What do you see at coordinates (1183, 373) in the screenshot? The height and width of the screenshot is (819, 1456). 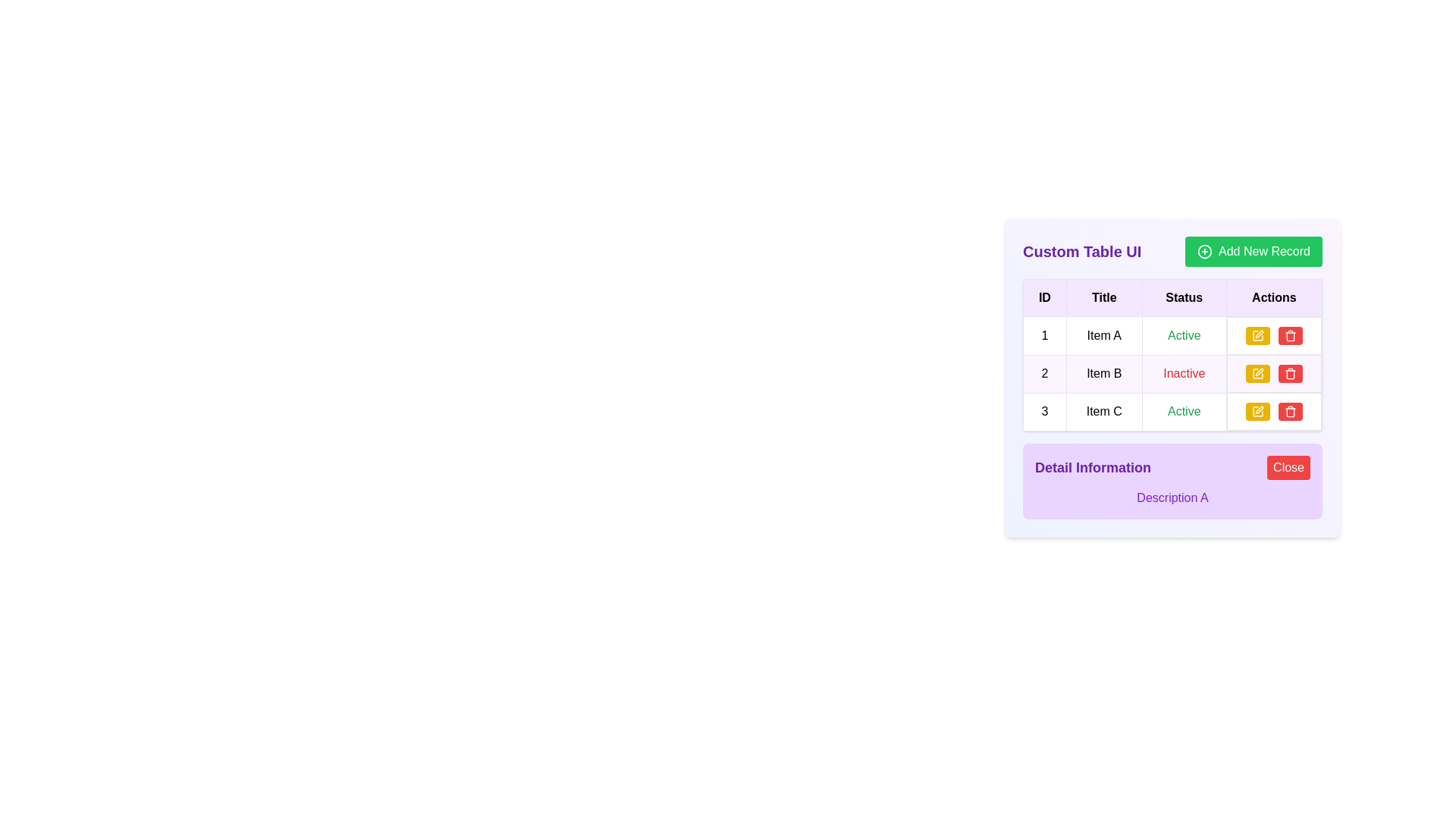 I see `the 'Status' text label in the second row of the data table that indicates the state of the associated record, showing it as inactive` at bounding box center [1183, 373].